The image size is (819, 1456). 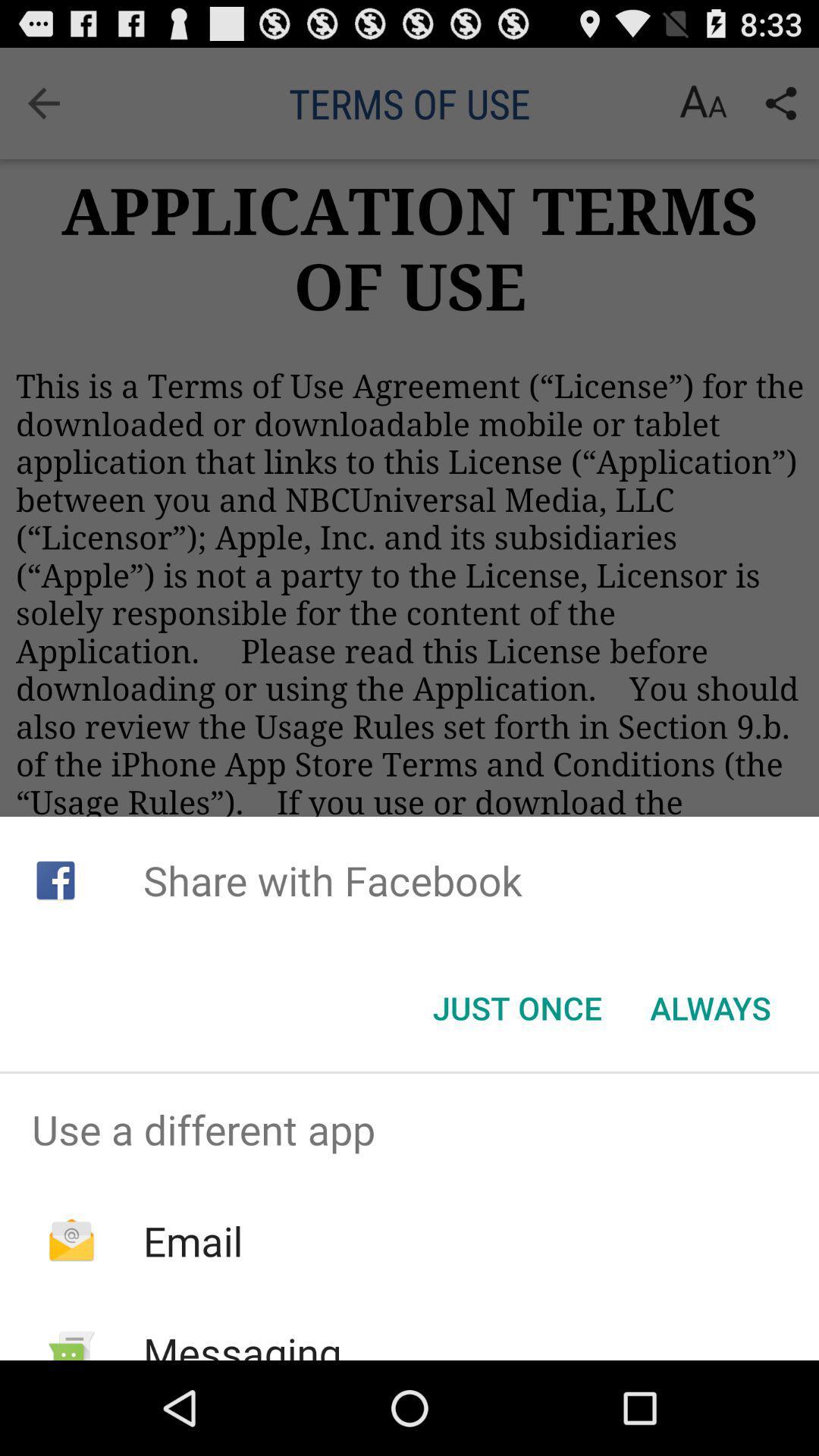 What do you see at coordinates (409, 1129) in the screenshot?
I see `the icon above email` at bounding box center [409, 1129].